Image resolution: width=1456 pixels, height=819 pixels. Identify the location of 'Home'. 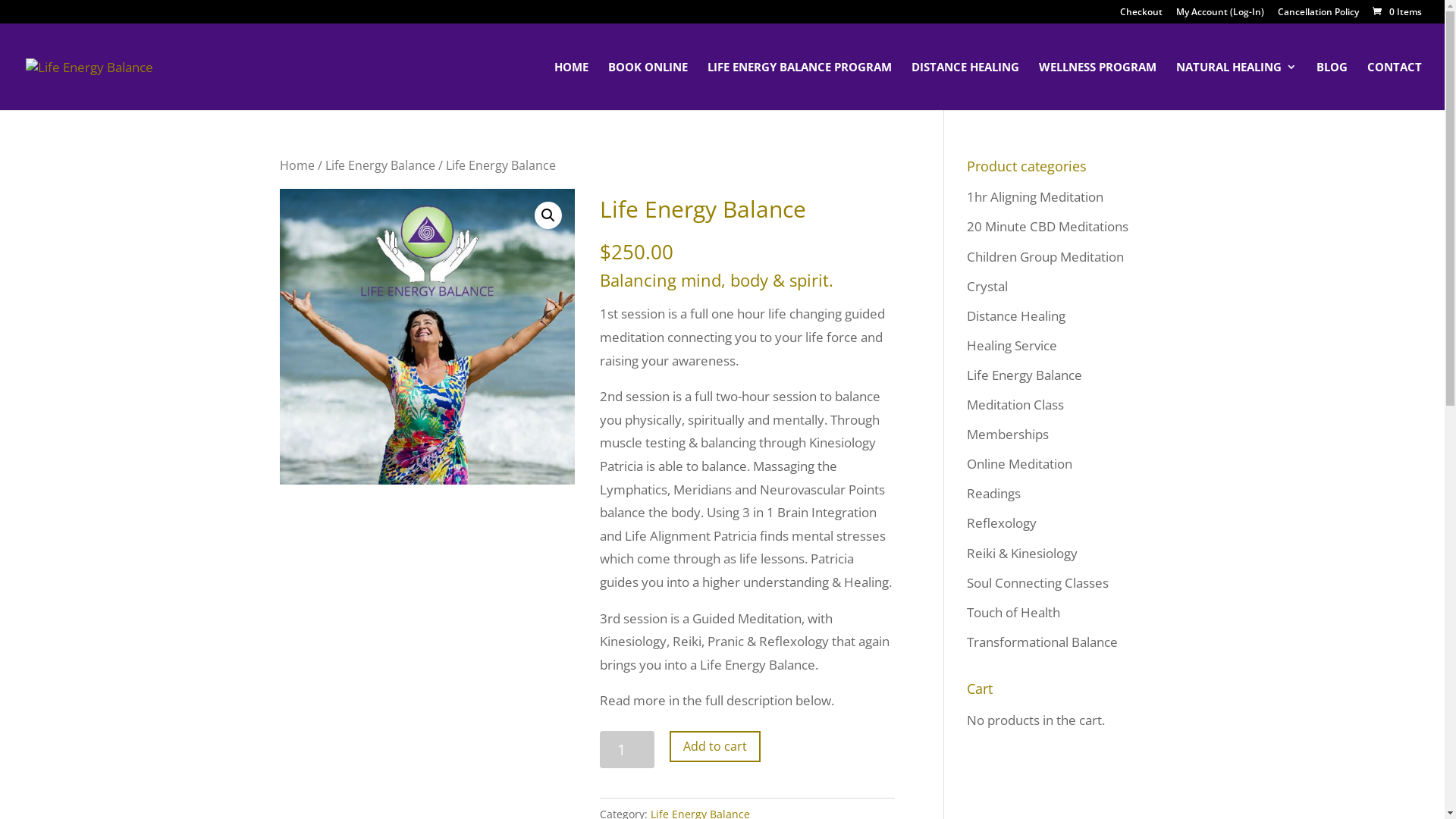
(296, 165).